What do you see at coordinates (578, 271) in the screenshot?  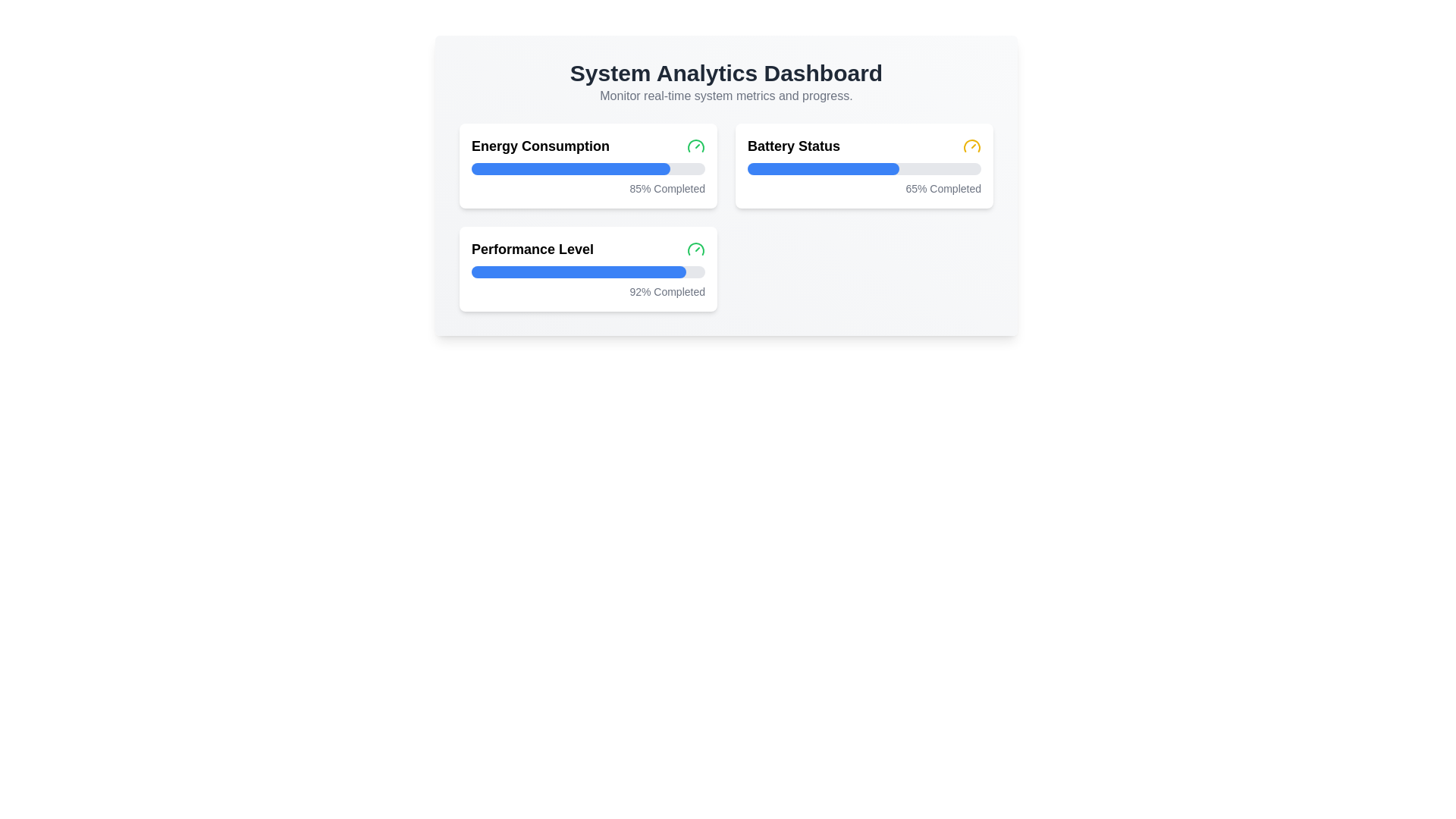 I see `the blue progress bar with rounded edges titled 'Performance Level' located in the bottom-left card of the interface` at bounding box center [578, 271].